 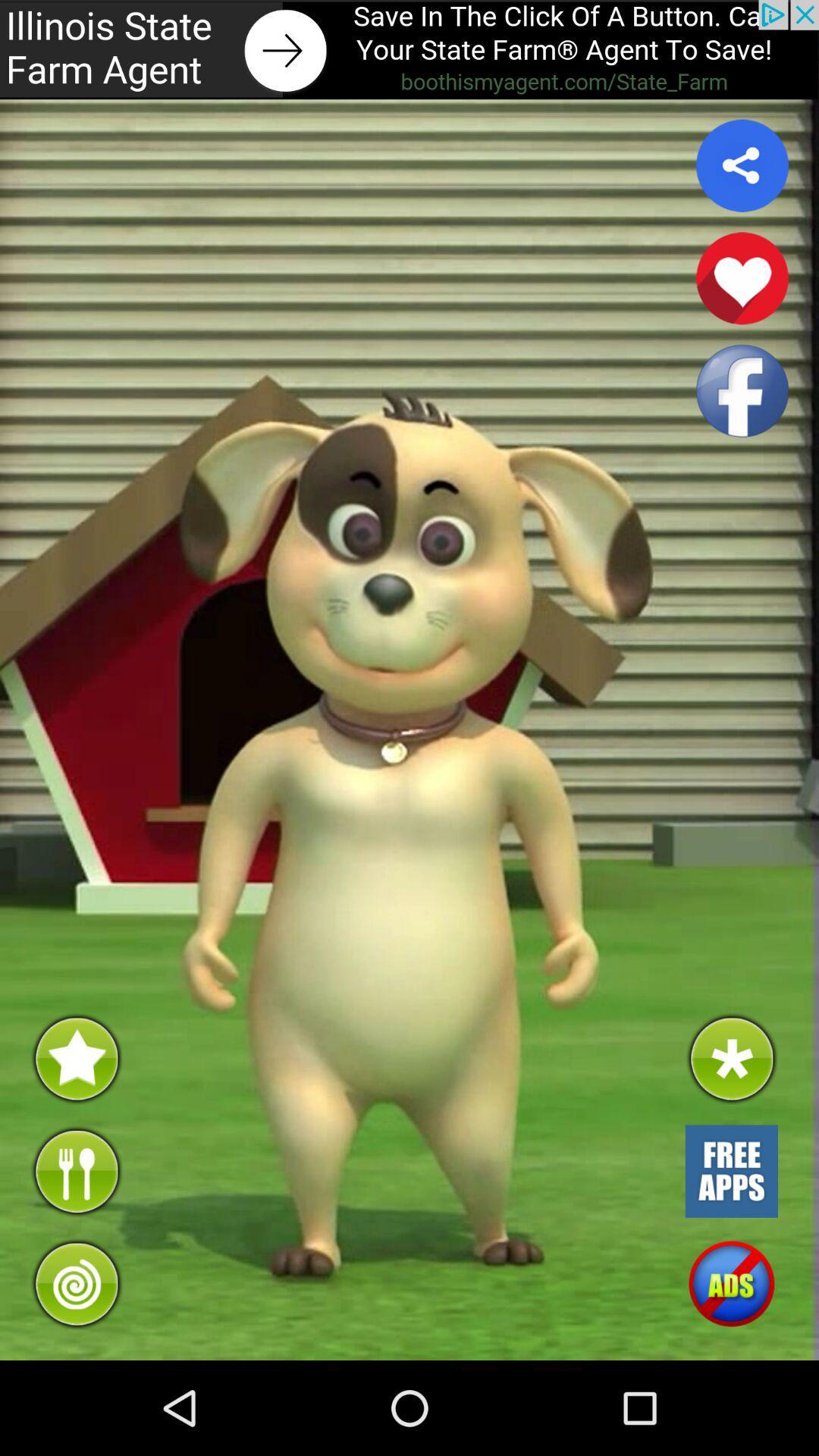 What do you see at coordinates (76, 1170) in the screenshot?
I see `button for eating` at bounding box center [76, 1170].